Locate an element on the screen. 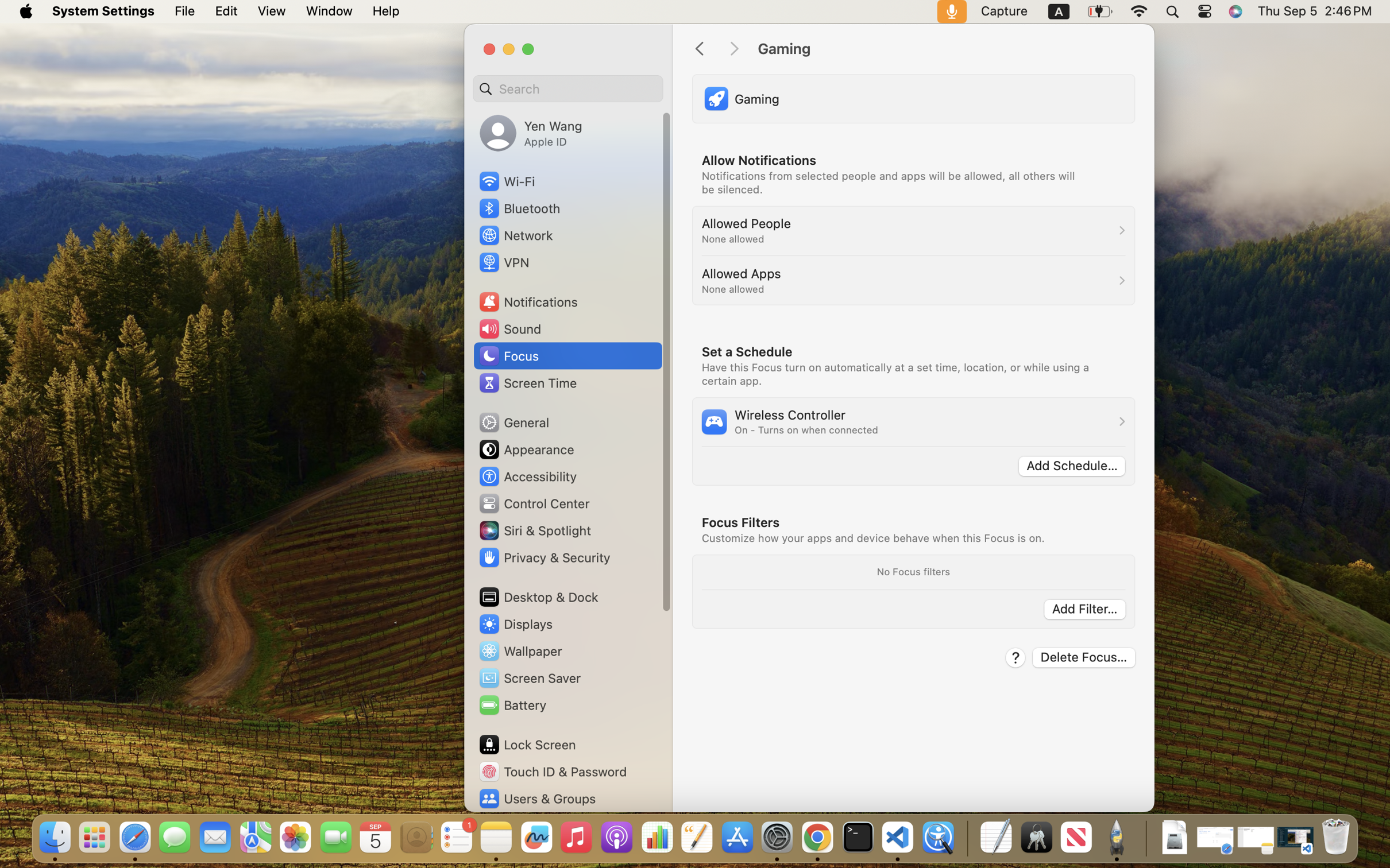  'General' is located at coordinates (512, 422).